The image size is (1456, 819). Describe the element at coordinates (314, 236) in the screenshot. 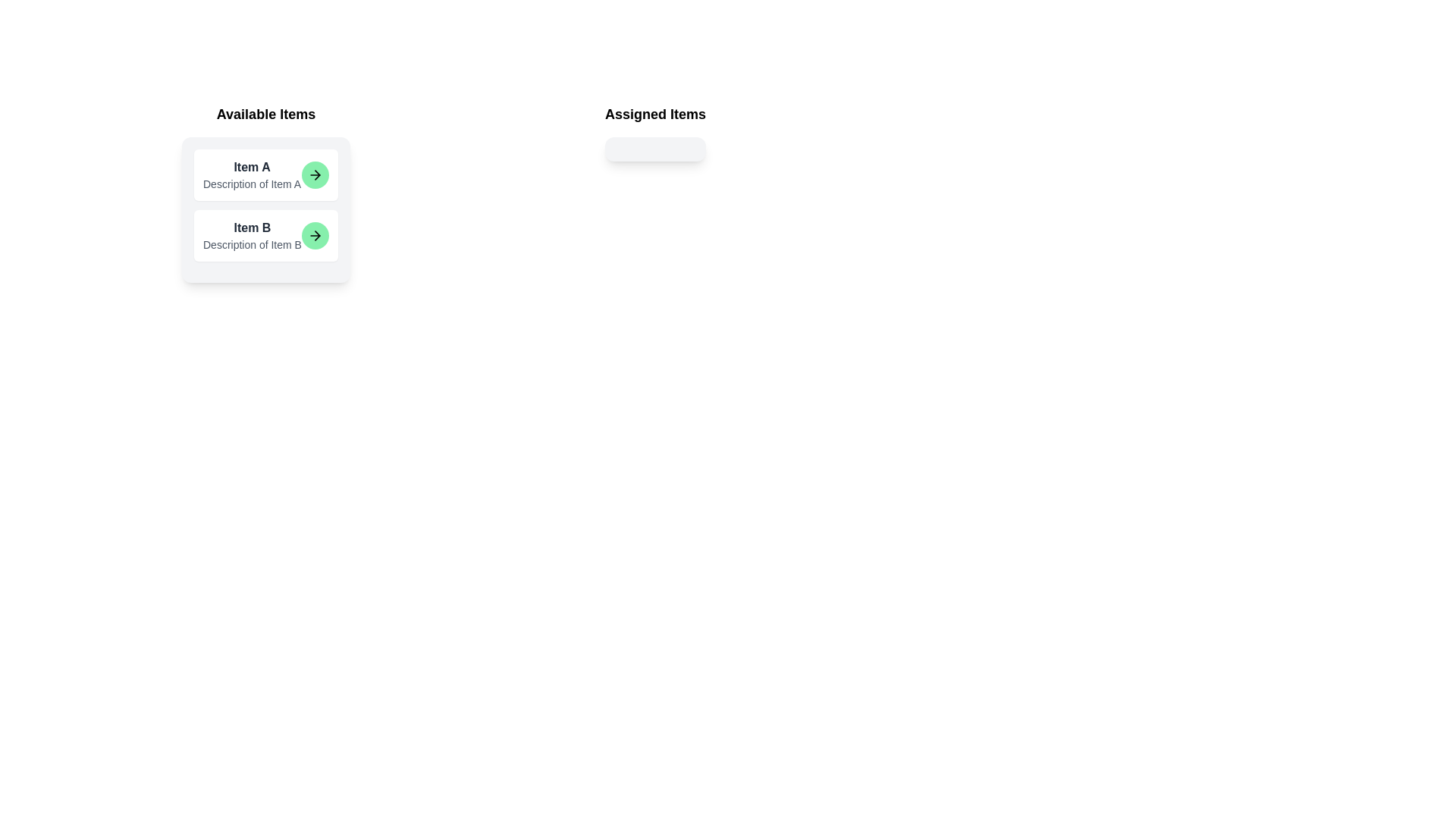

I see `move button next to the item Item B in the Available Items list` at that location.